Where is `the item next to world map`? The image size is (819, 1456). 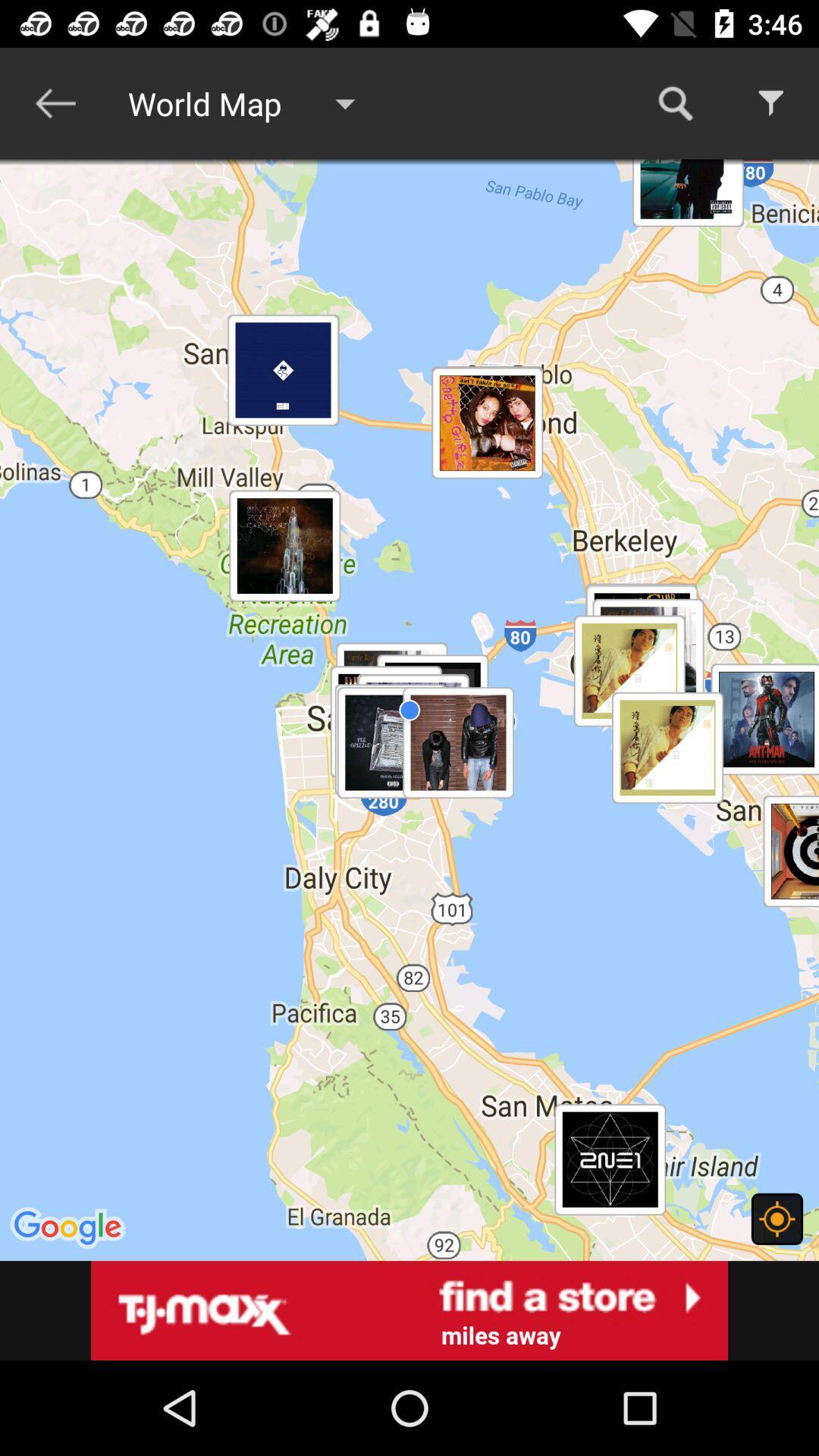
the item next to world map is located at coordinates (675, 102).